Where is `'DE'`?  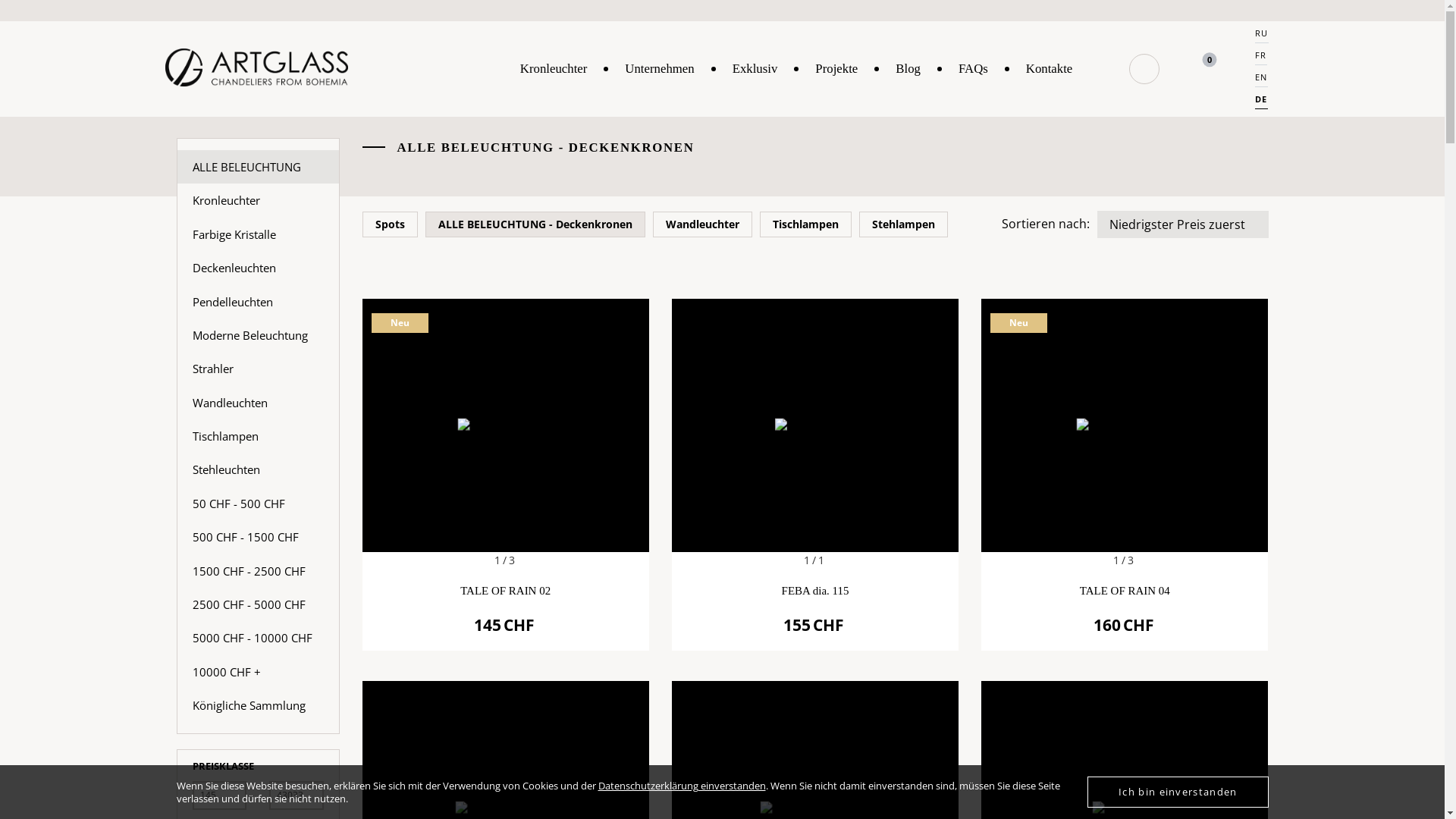
'DE' is located at coordinates (1255, 102).